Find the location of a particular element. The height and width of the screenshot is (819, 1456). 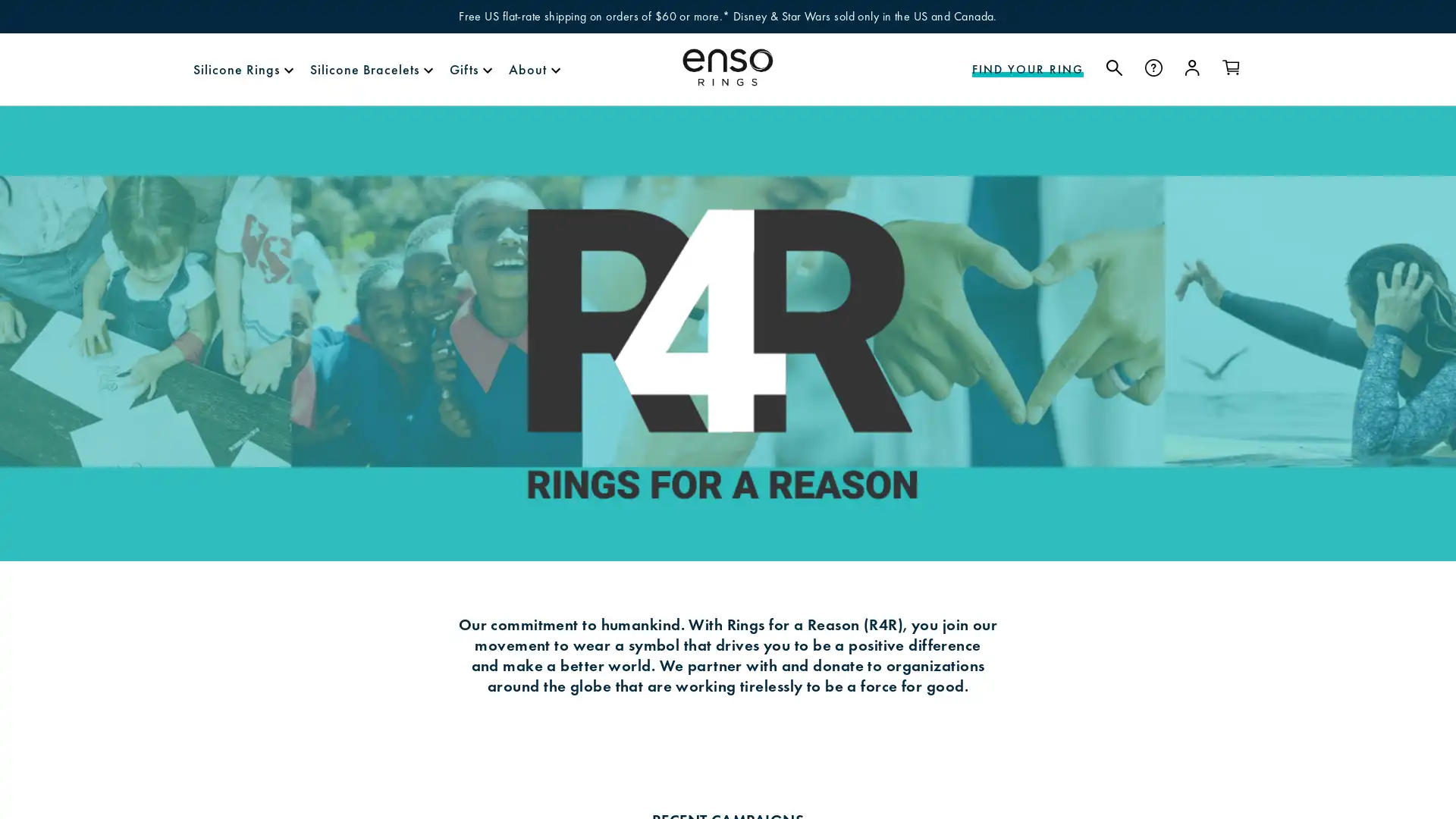

Gifts is located at coordinates (463, 69).